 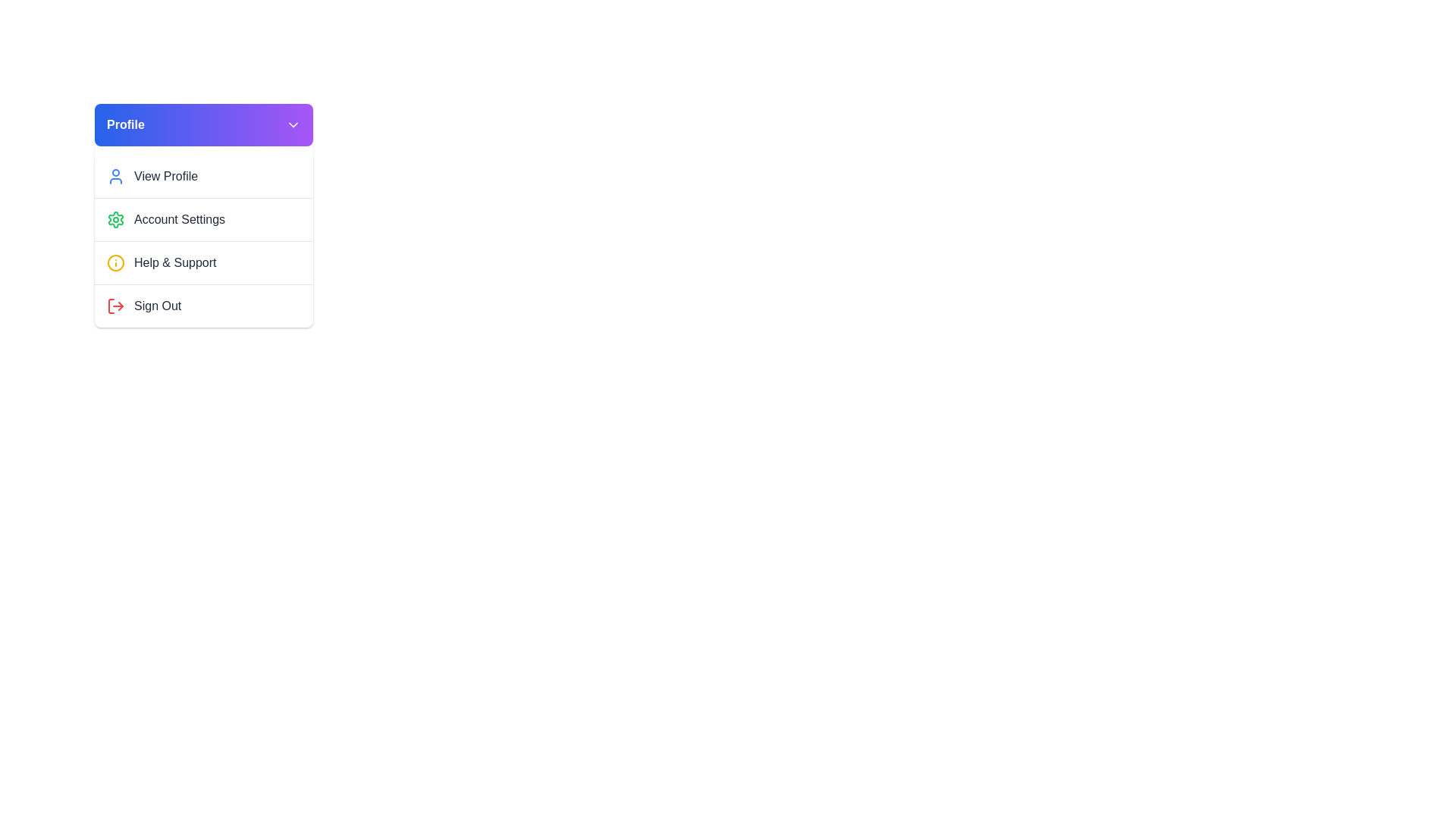 I want to click on the account configuration settings button located below the 'View Profile' button and above the 'Help & Support' button in the dropdown menu, so click(x=202, y=215).